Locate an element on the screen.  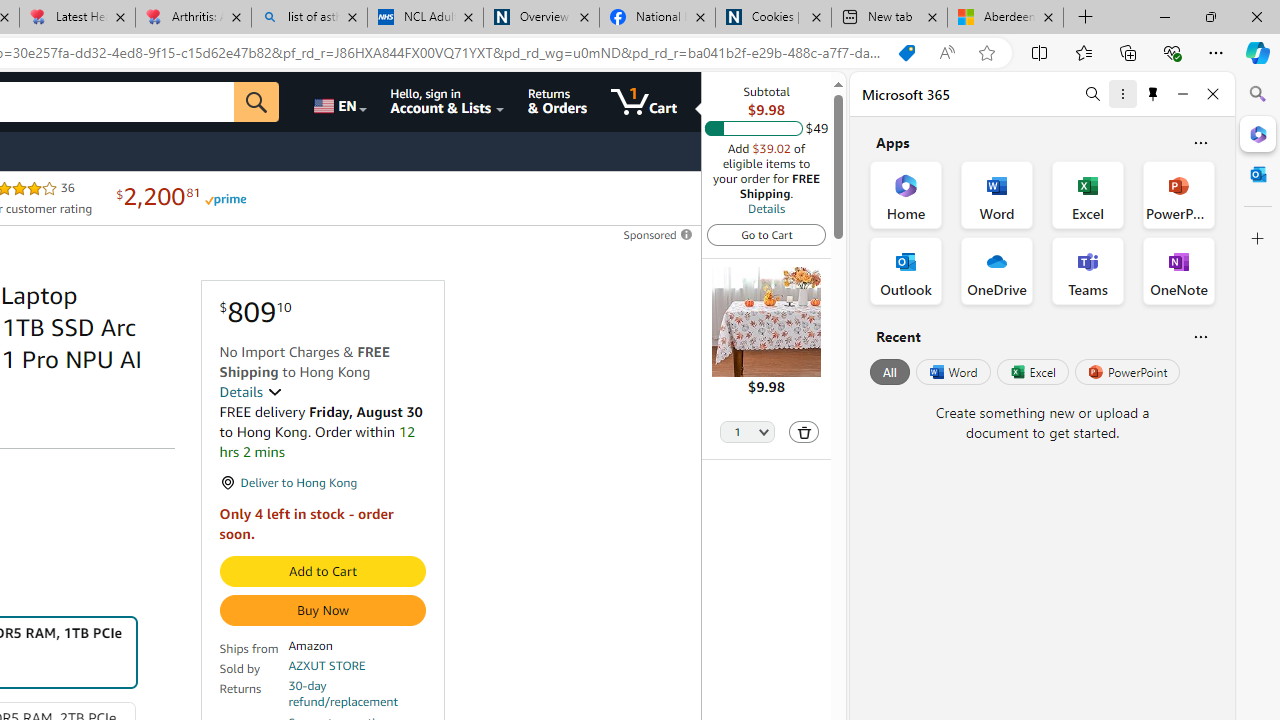
'Cookies | About | NICE' is located at coordinates (772, 17).